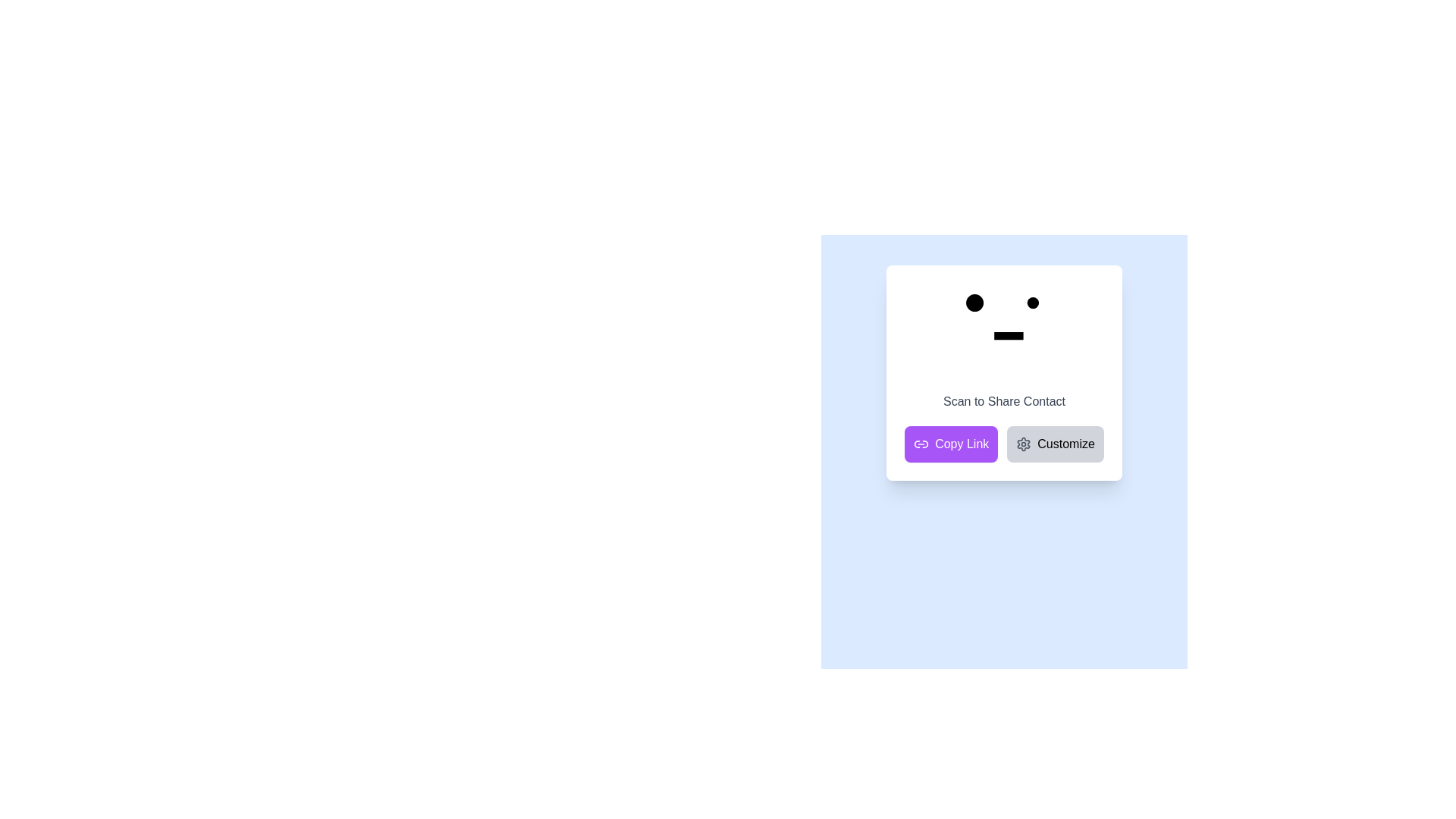 This screenshot has height=819, width=1456. What do you see at coordinates (1004, 400) in the screenshot?
I see `the text label that says 'Scan to Share Contact' which is positioned beneath a face-like icon and above the 'Copy Link' and 'Customize' buttons` at bounding box center [1004, 400].